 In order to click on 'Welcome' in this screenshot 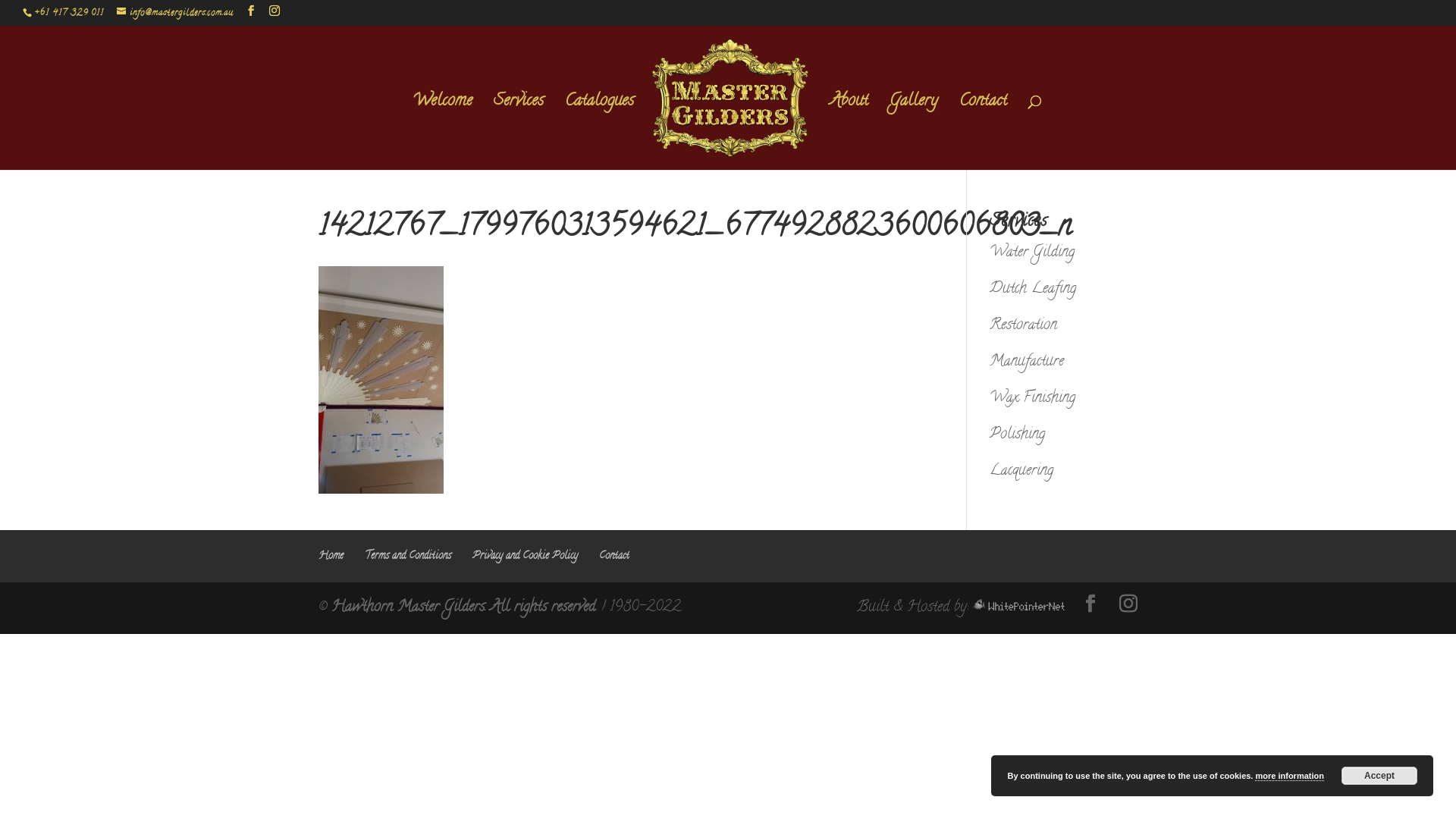, I will do `click(412, 132)`.